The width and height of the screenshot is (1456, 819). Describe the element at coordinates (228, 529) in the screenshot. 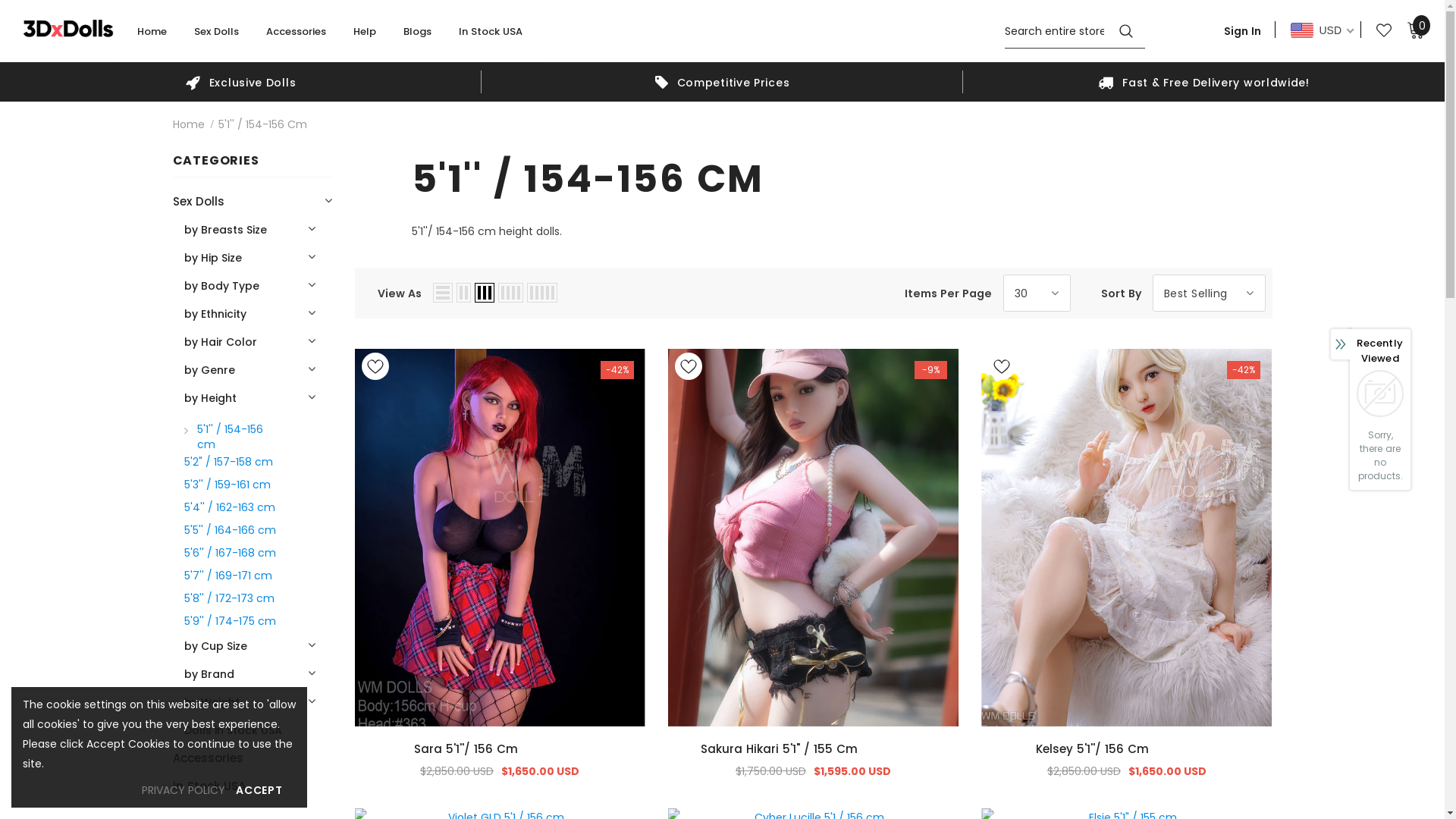

I see `'5'5'' / 164-166 cm'` at that location.